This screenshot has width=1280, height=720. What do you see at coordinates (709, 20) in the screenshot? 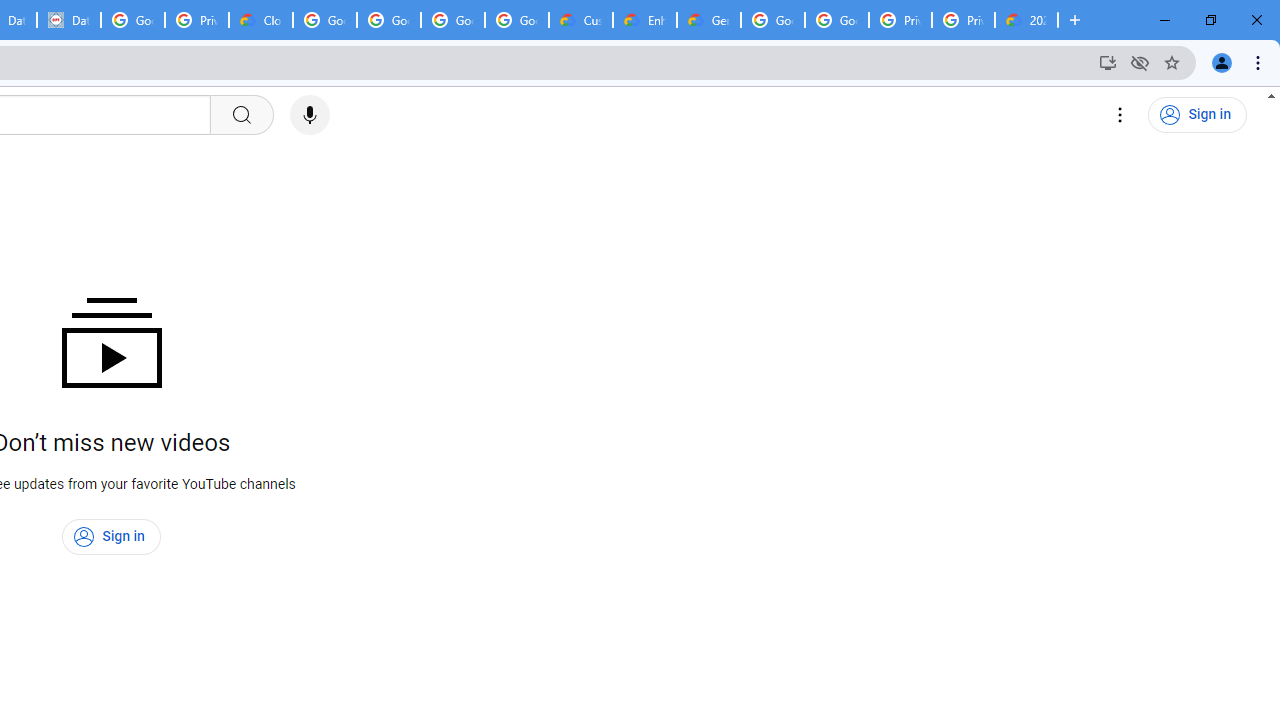
I see `'Gemini for Business and Developers | Google Cloud'` at bounding box center [709, 20].